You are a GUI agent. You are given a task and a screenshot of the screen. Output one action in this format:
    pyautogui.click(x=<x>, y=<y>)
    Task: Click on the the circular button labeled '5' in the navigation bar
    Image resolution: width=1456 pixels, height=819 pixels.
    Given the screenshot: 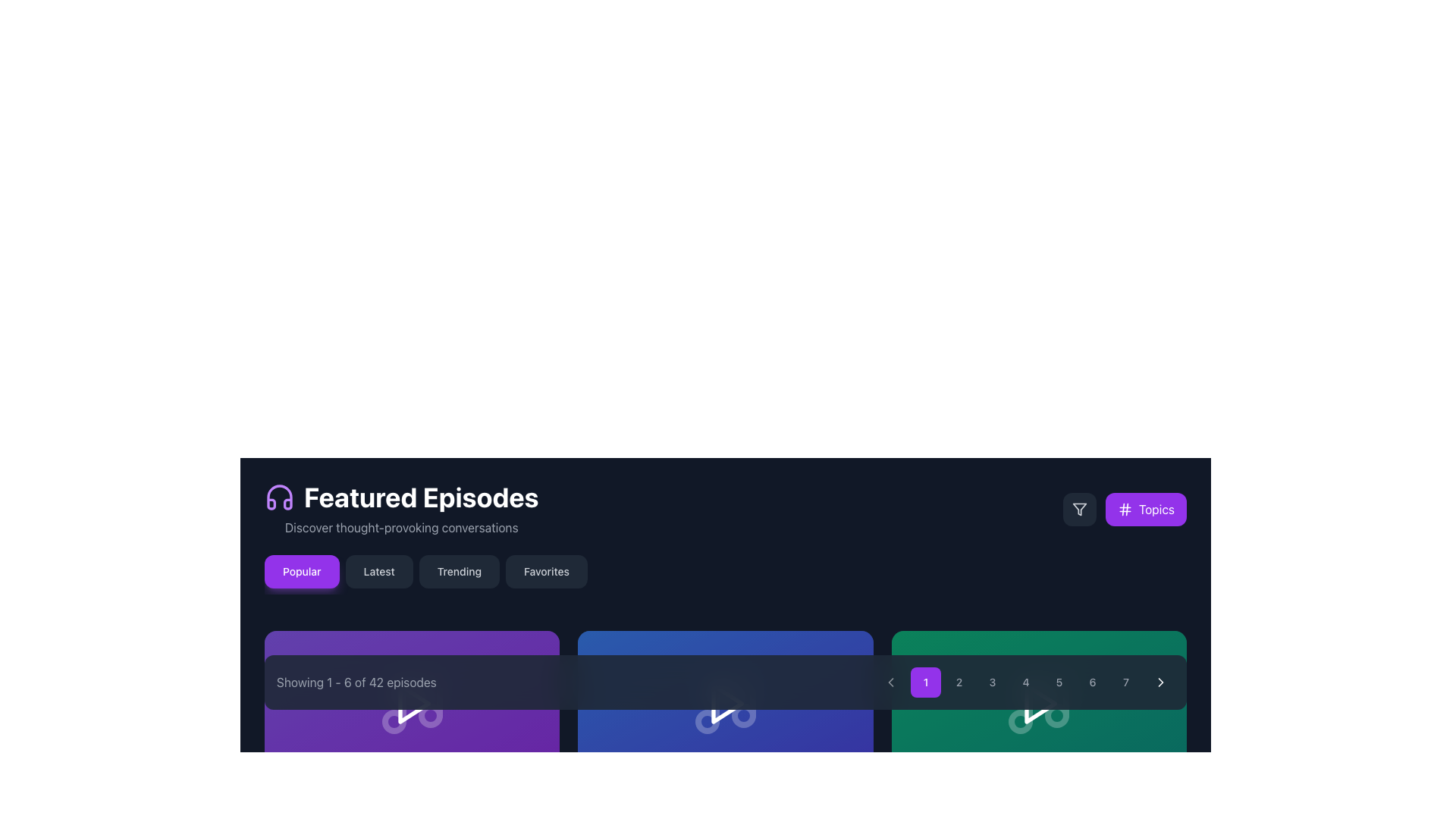 What is the action you would take?
    pyautogui.click(x=1058, y=681)
    